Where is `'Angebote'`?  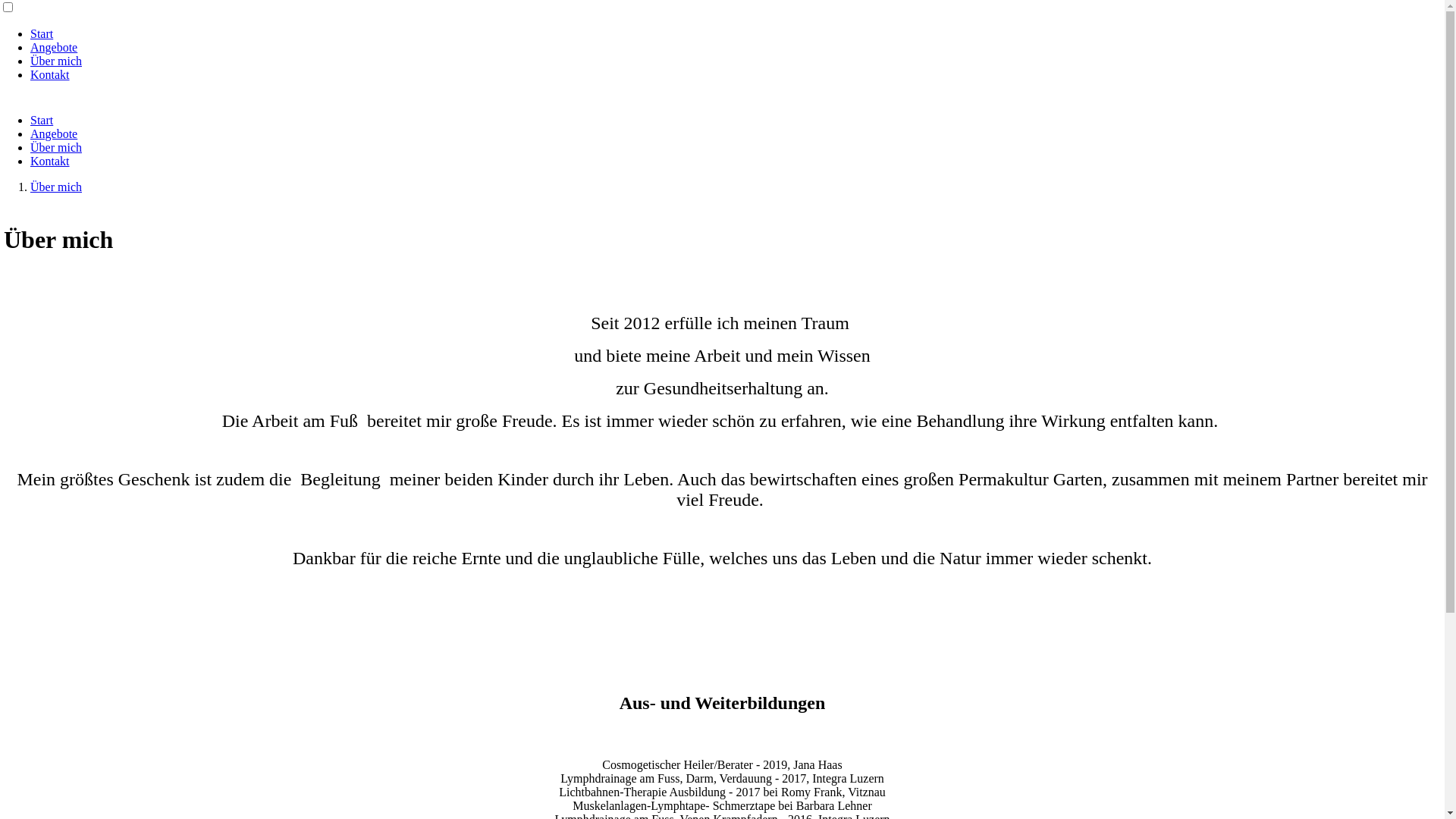 'Angebote' is located at coordinates (54, 133).